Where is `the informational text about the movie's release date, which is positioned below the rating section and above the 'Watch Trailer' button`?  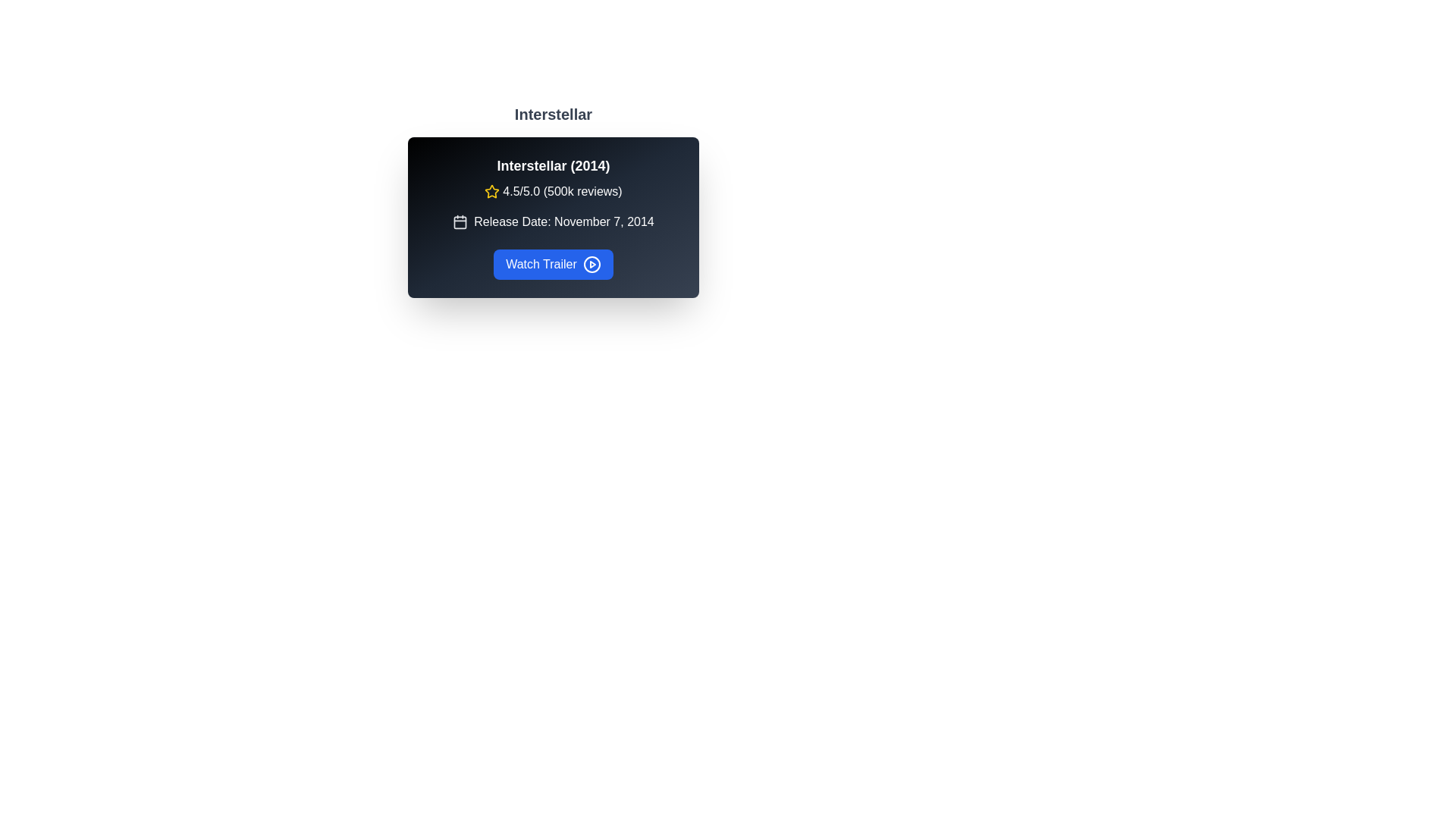
the informational text about the movie's release date, which is positioned below the rating section and above the 'Watch Trailer' button is located at coordinates (552, 222).